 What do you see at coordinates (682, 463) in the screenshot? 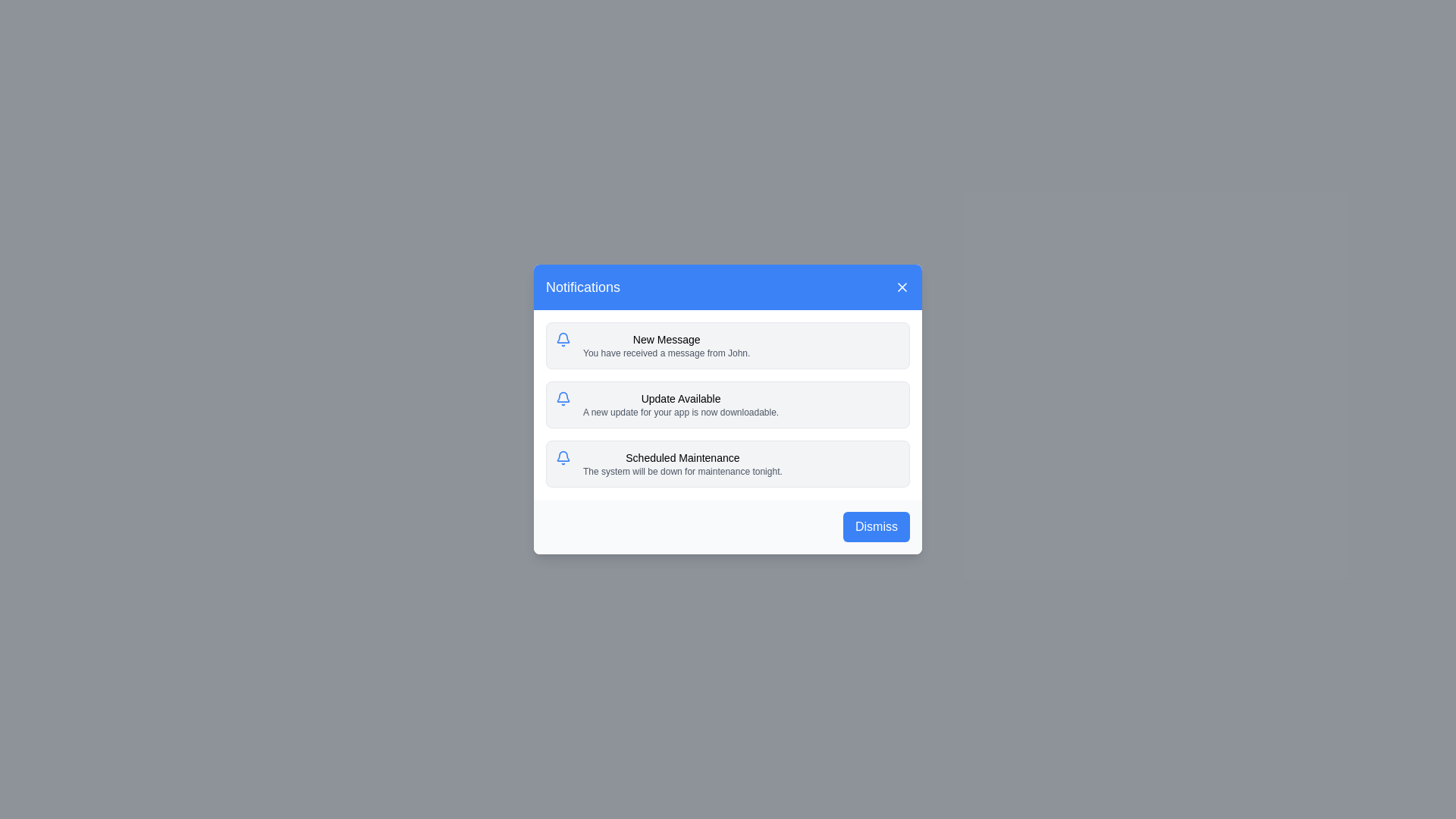
I see `the third notification card in the vertical list of notifications within the modal dialog, which conveys information about scheduled system maintenance` at bounding box center [682, 463].